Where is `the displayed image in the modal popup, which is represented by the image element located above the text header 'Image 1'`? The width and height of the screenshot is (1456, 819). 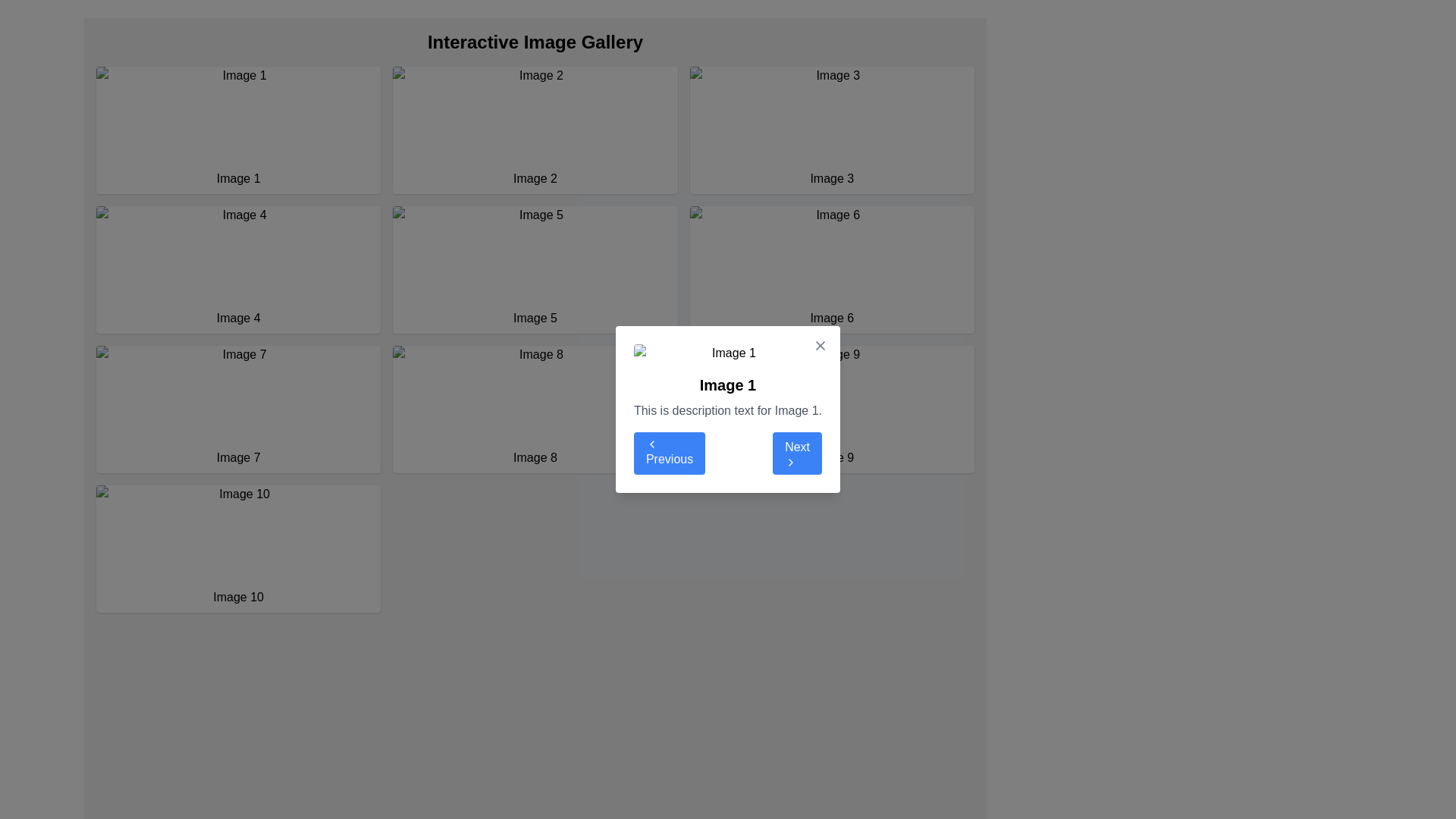
the displayed image in the modal popup, which is represented by the image element located above the text header 'Image 1' is located at coordinates (728, 353).